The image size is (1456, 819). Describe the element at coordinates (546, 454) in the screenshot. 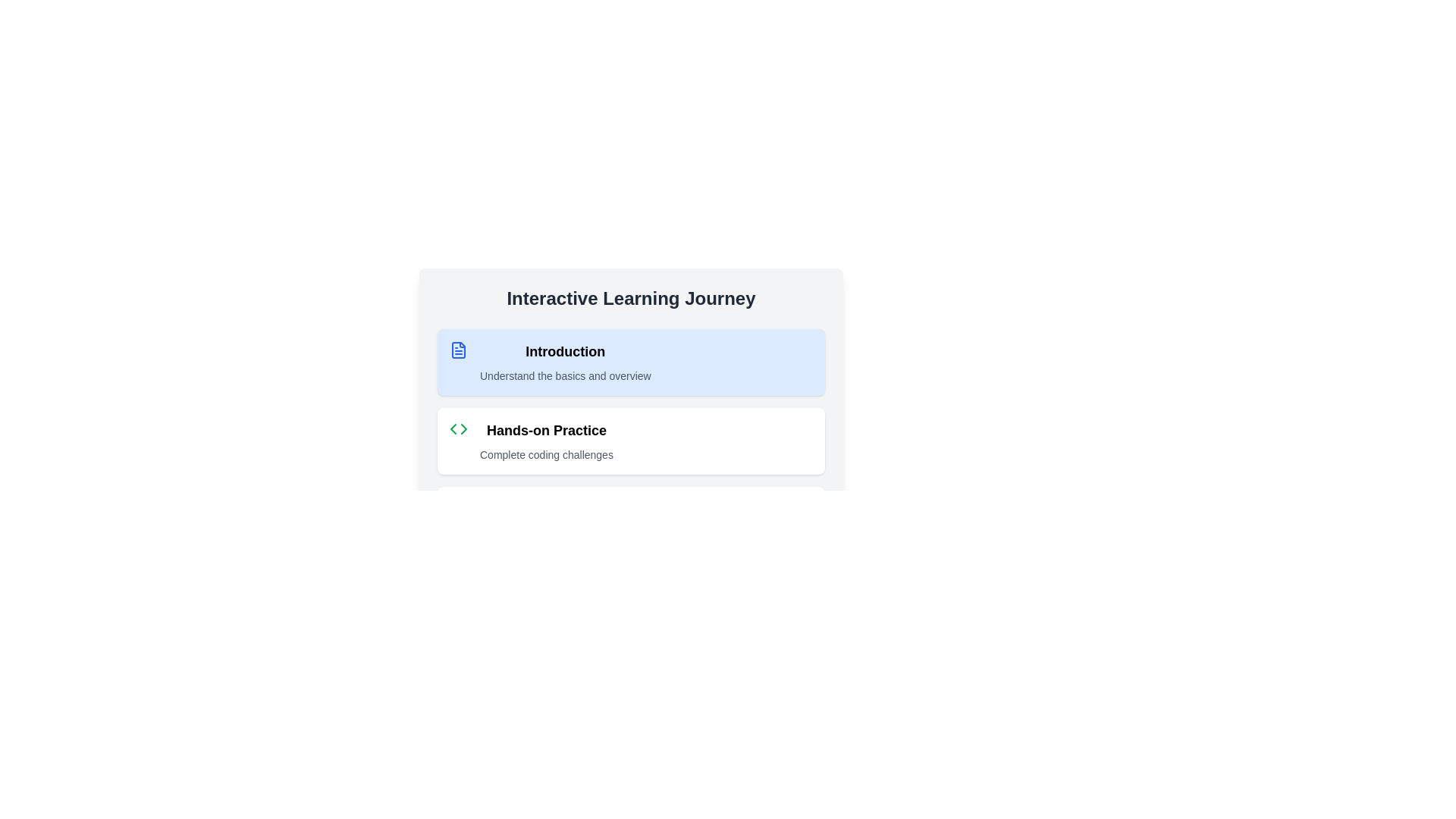

I see `the non-interactive text label that provides supplementary information for the 'Hands-on Practice' section, located below the main heading` at that location.